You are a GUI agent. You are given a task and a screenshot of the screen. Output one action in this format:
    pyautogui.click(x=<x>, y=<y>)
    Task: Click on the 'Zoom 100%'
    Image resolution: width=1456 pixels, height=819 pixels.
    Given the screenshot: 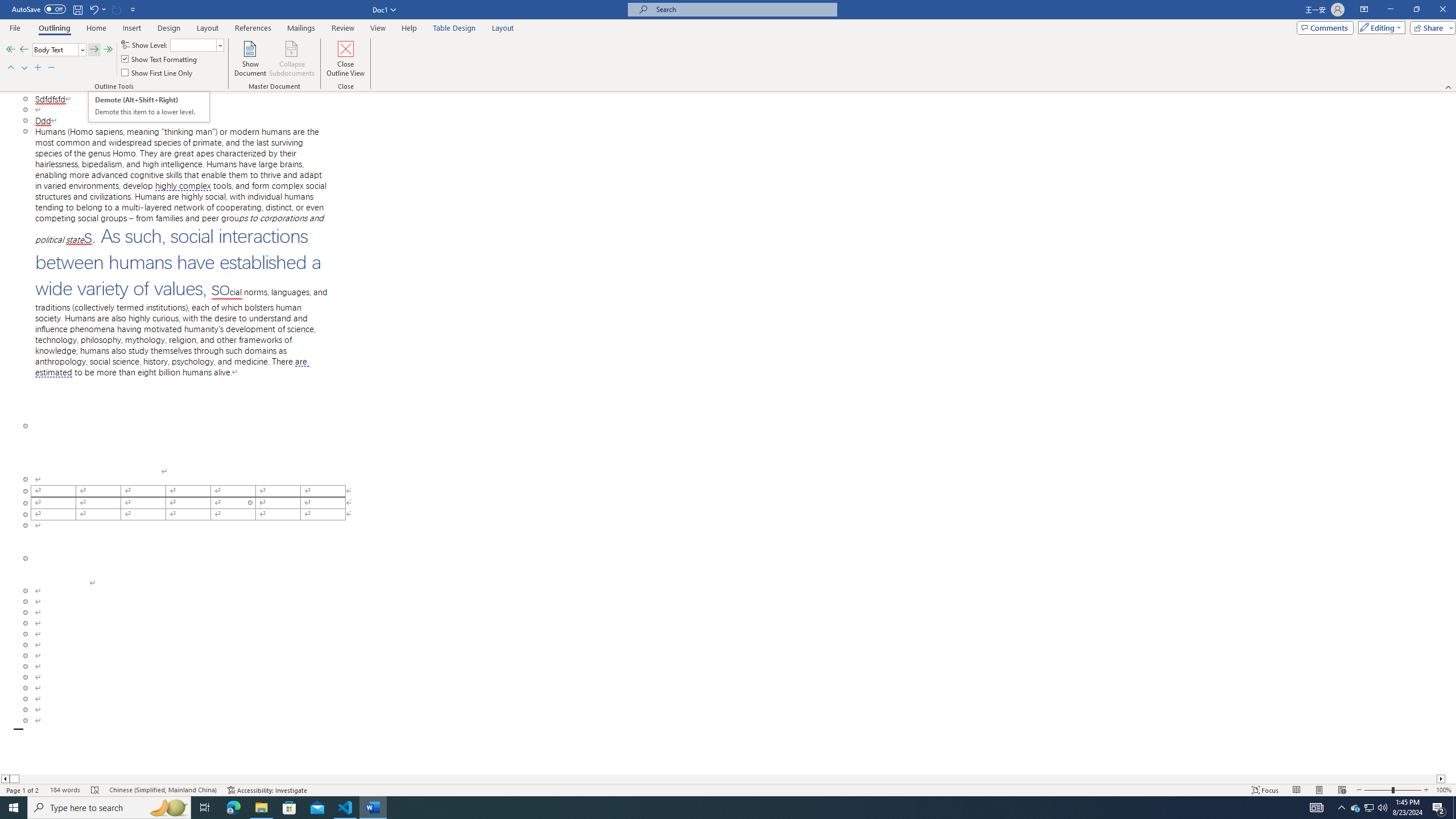 What is the action you would take?
    pyautogui.click(x=1443, y=790)
    